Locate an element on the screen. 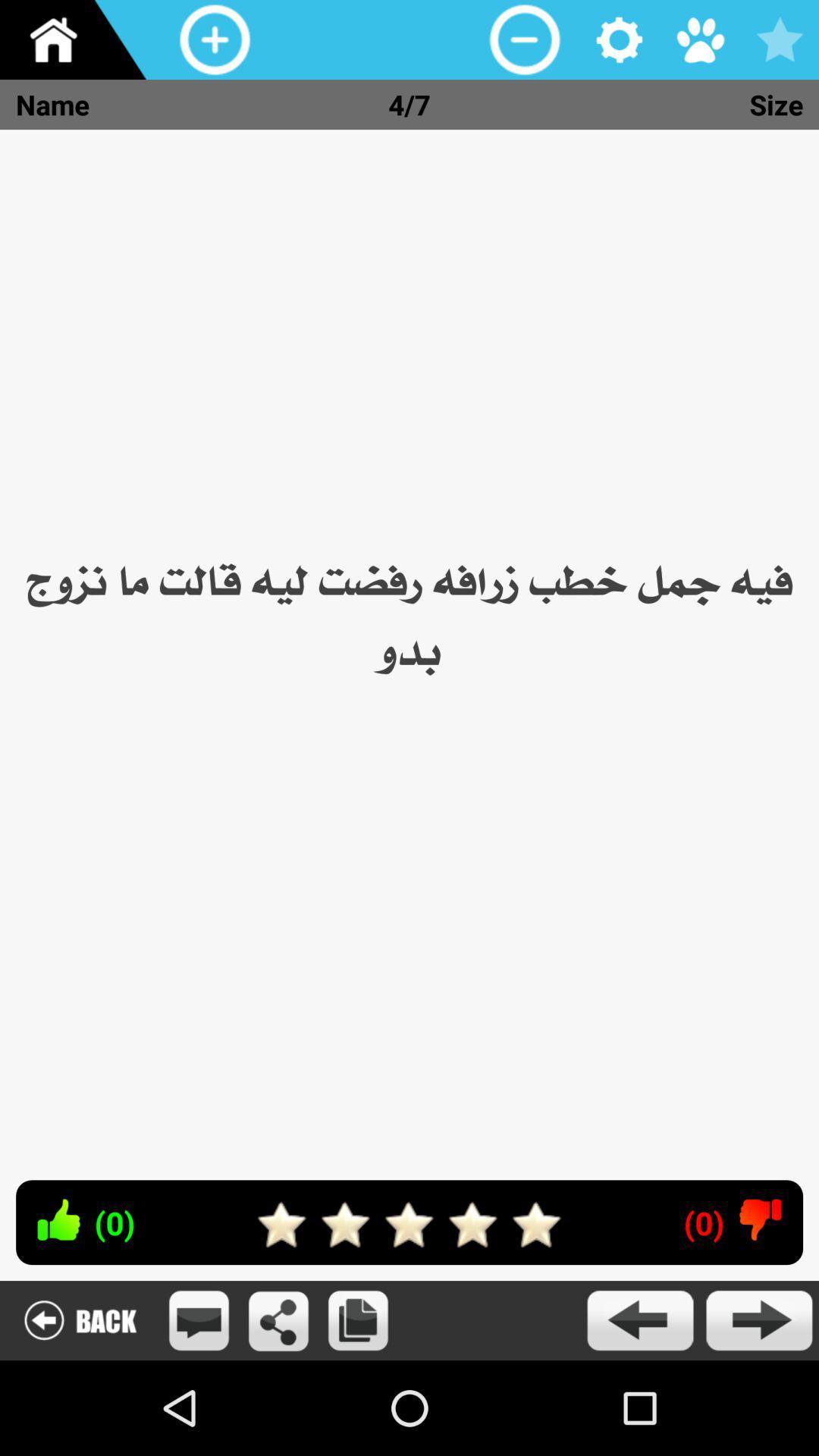 This screenshot has width=819, height=1456. comment is located at coordinates (198, 1319).